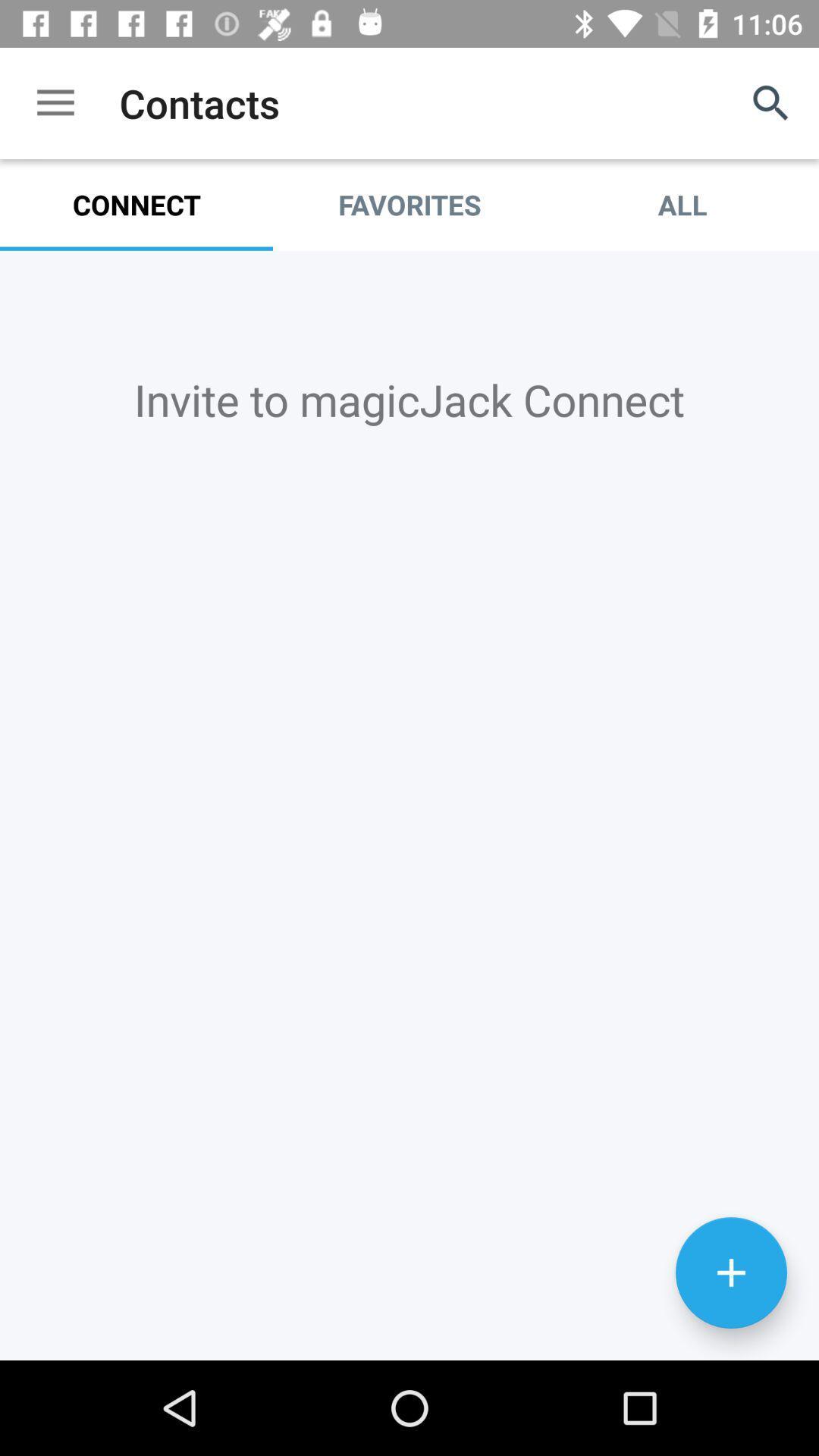 The width and height of the screenshot is (819, 1456). What do you see at coordinates (681, 204) in the screenshot?
I see `icon next to favorites` at bounding box center [681, 204].